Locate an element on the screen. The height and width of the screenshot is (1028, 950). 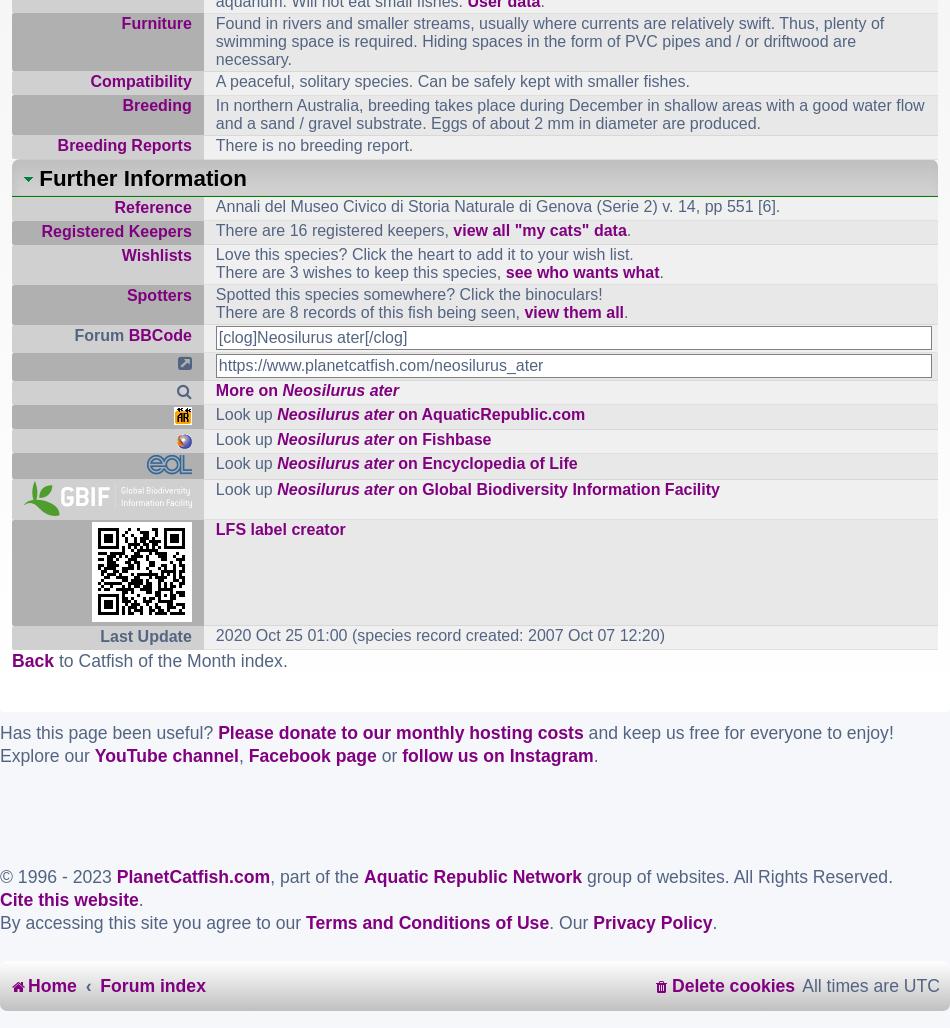
'There is no breeding report.' is located at coordinates (312, 144).